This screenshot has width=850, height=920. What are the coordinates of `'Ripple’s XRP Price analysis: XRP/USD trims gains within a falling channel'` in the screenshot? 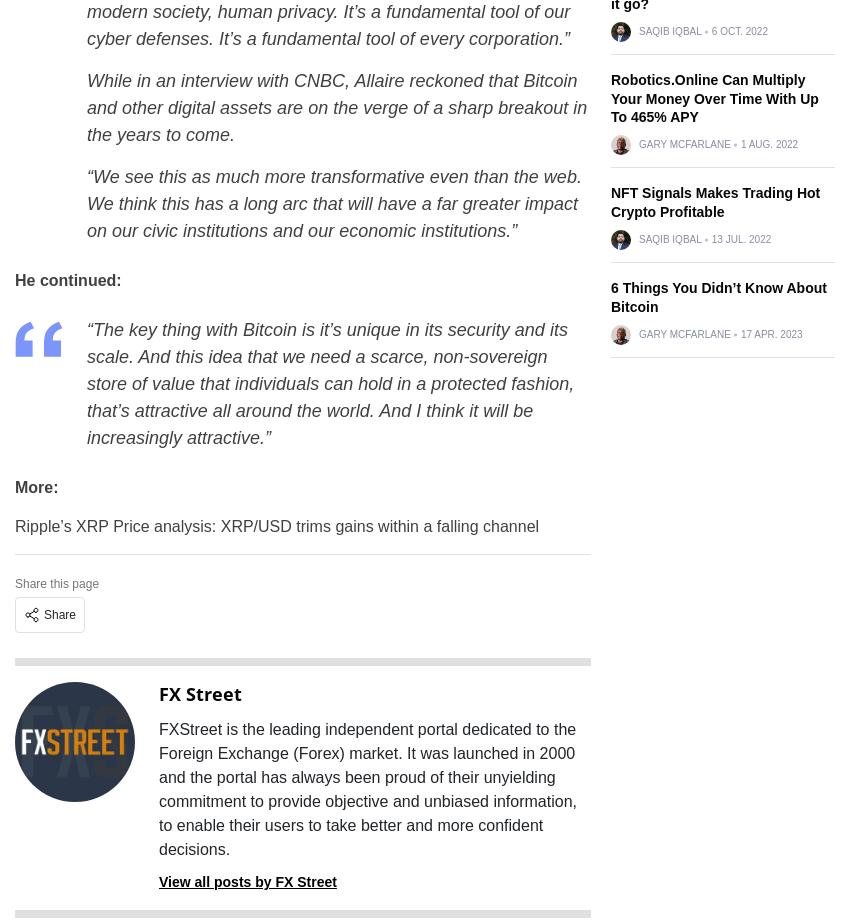 It's located at (276, 526).